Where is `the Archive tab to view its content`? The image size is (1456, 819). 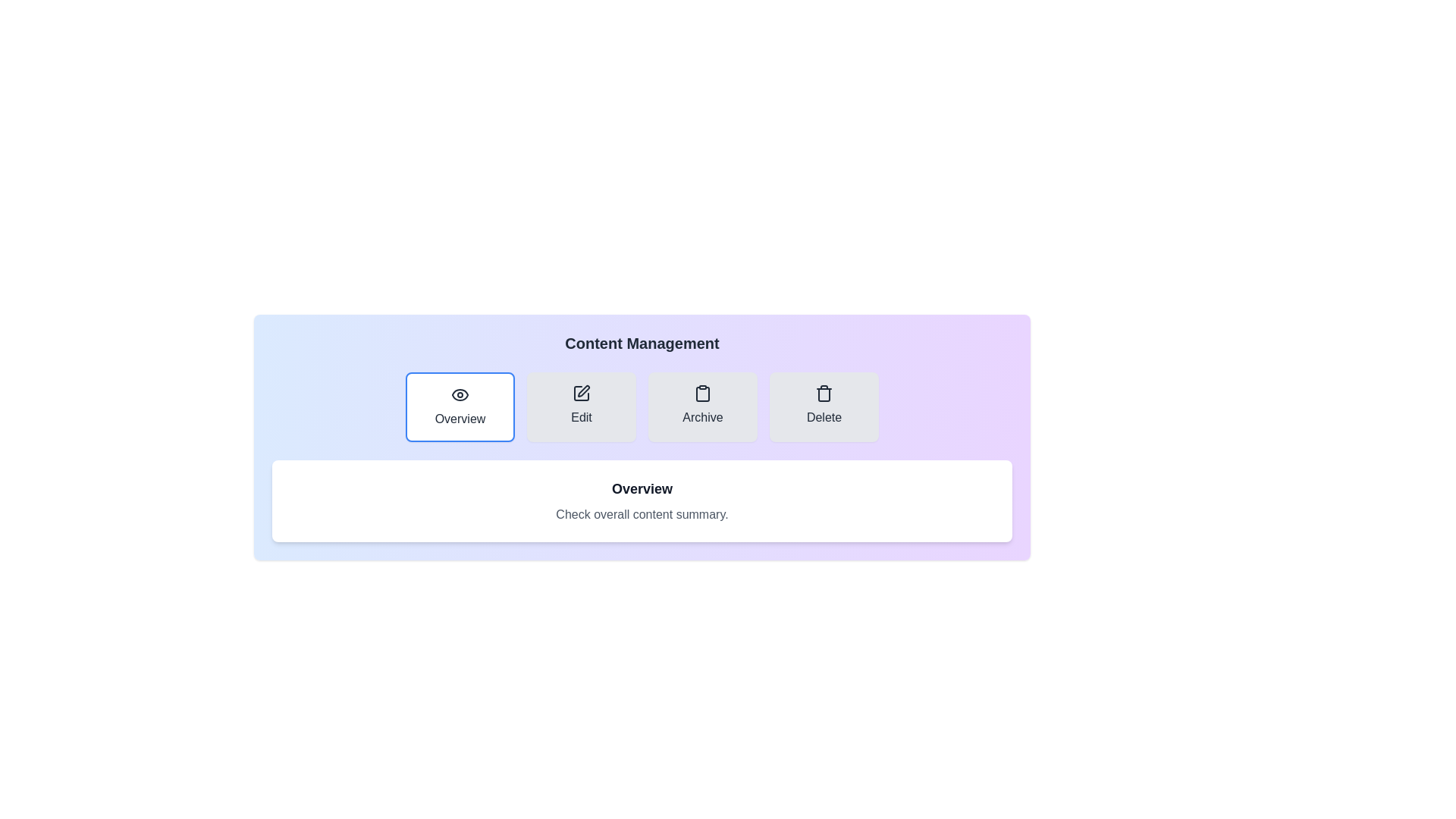 the Archive tab to view its content is located at coordinates (701, 406).